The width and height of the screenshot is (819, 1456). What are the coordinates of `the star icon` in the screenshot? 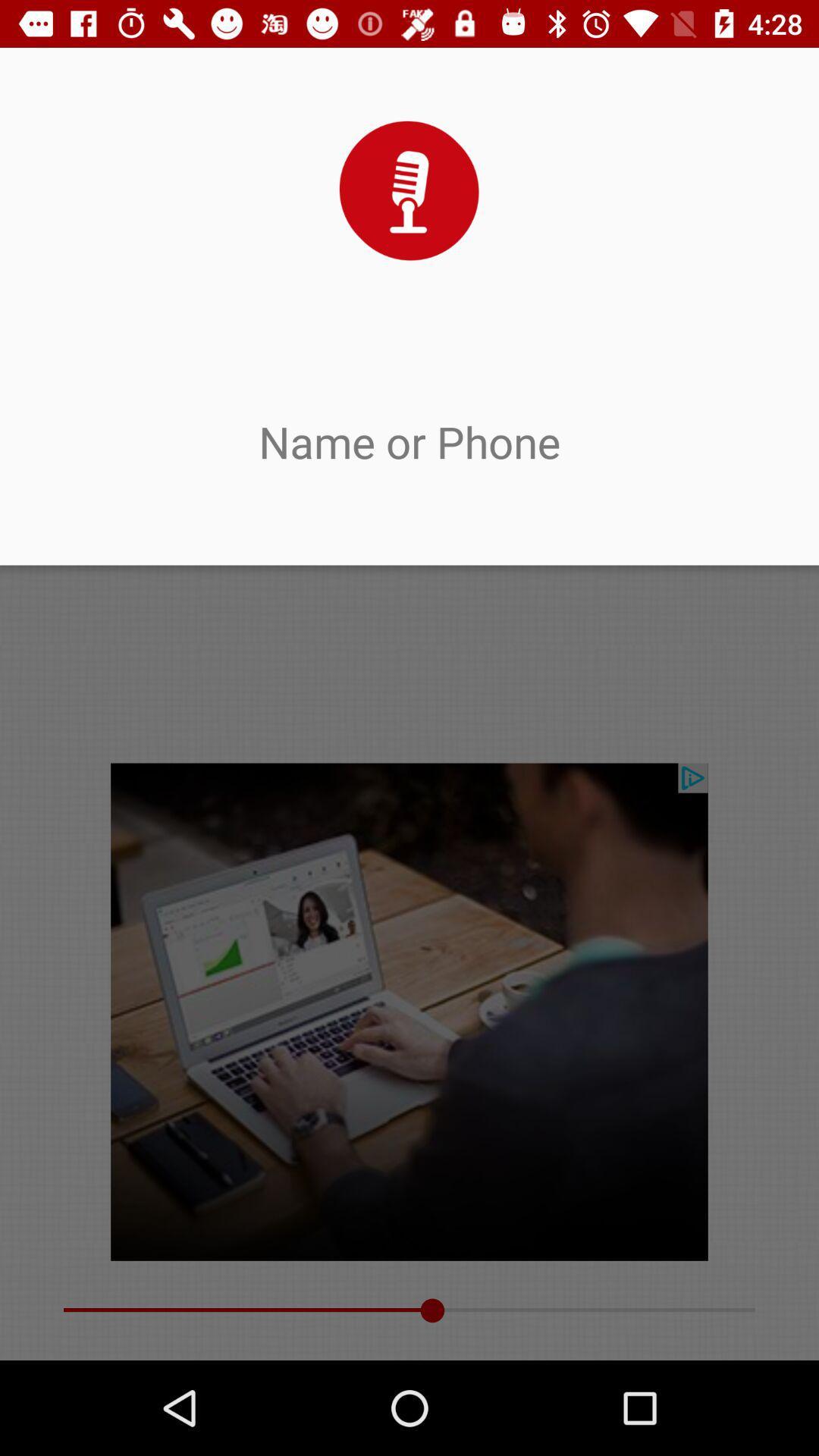 It's located at (501, 102).